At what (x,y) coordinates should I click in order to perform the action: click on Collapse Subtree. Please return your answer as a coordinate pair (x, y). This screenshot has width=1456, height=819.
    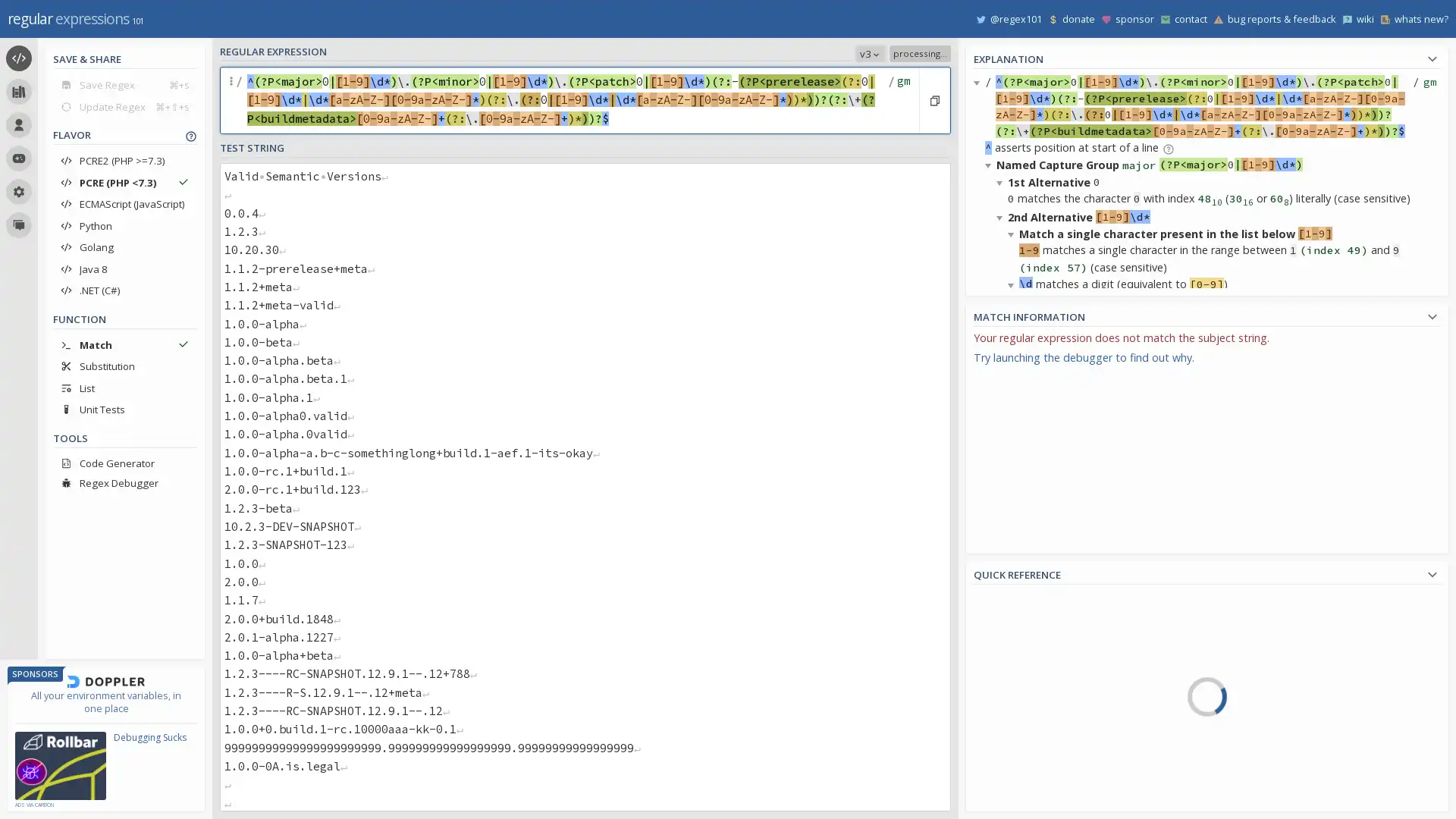
    Looking at the image, I should click on (1013, 234).